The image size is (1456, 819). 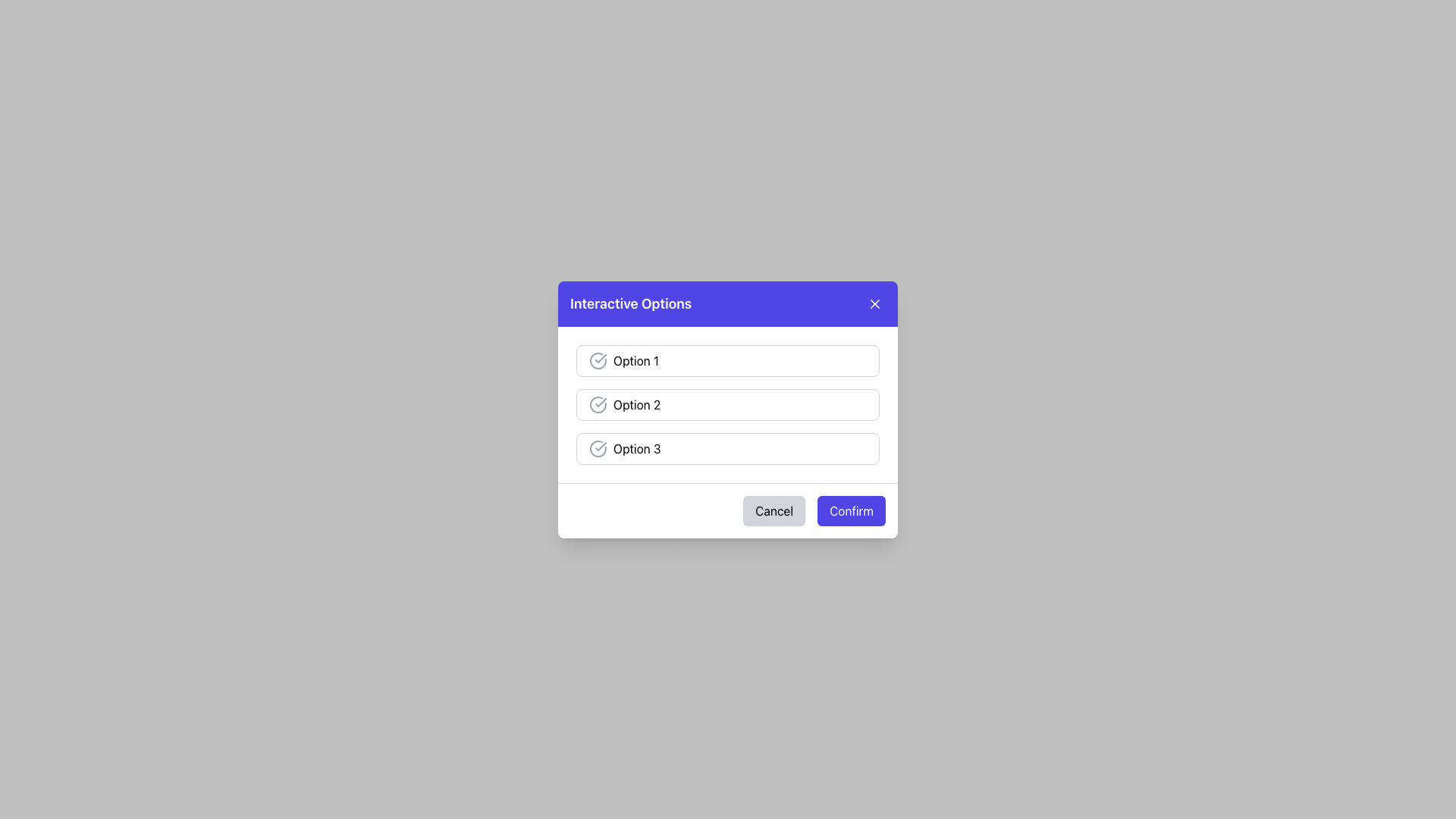 I want to click on the text label 'Option 3' which is the third selectable option under the header 'Interactive Options', so click(x=637, y=447).